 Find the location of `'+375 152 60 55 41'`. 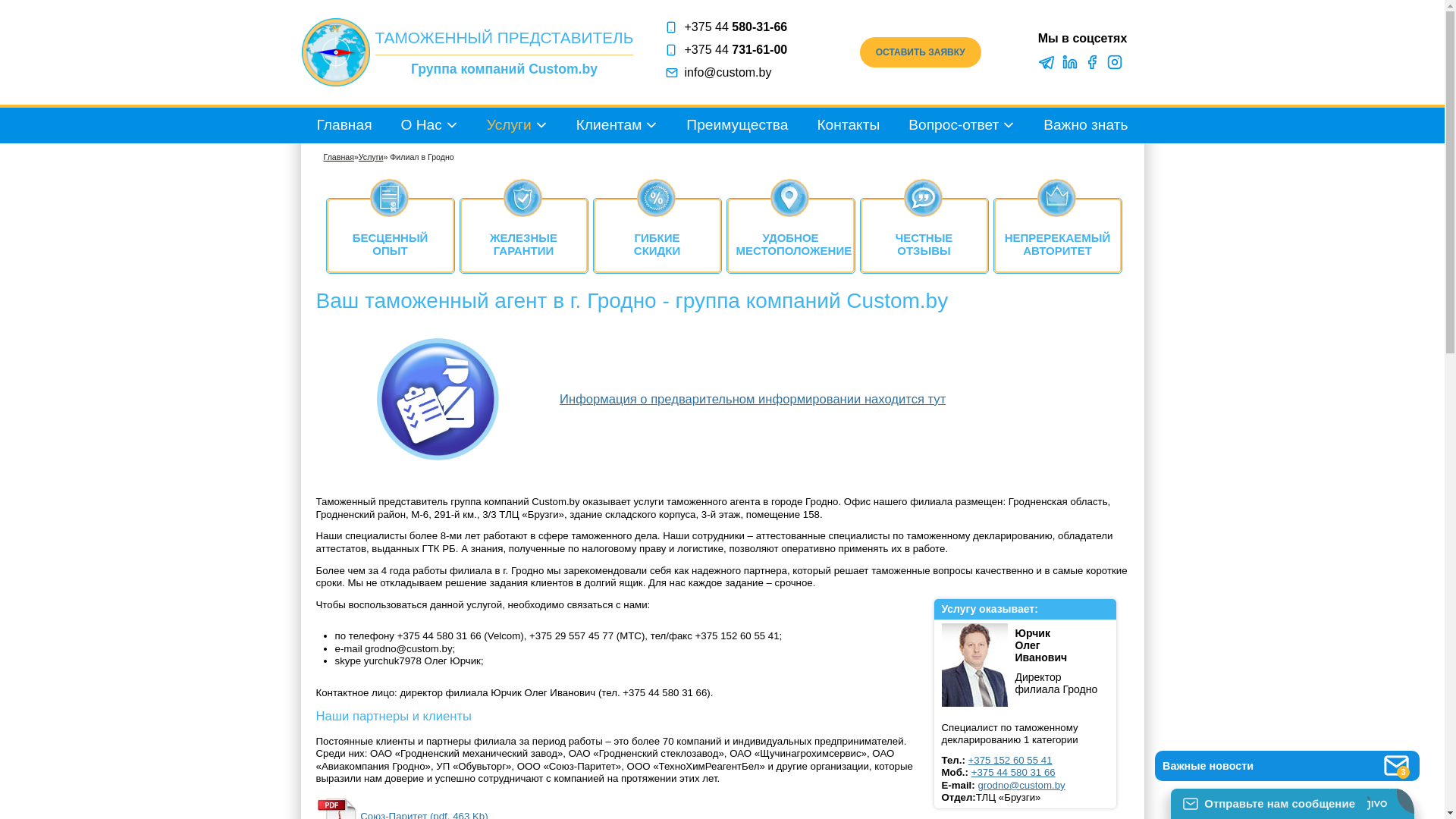

'+375 152 60 55 41' is located at coordinates (1010, 760).